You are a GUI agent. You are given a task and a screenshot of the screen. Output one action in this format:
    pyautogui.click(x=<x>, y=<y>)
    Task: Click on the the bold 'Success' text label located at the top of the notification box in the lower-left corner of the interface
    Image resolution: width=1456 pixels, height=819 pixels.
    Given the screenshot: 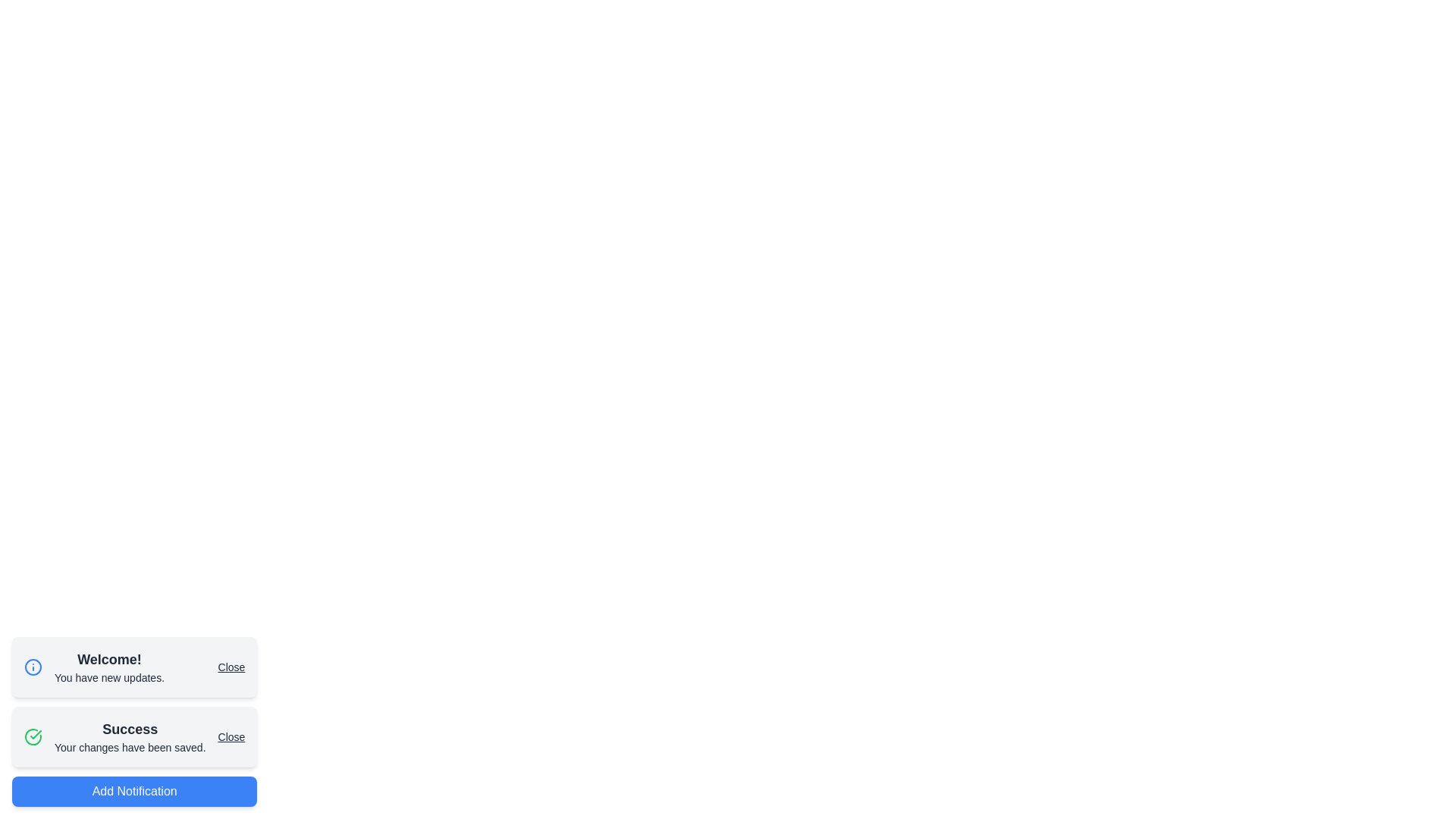 What is the action you would take?
    pyautogui.click(x=130, y=728)
    